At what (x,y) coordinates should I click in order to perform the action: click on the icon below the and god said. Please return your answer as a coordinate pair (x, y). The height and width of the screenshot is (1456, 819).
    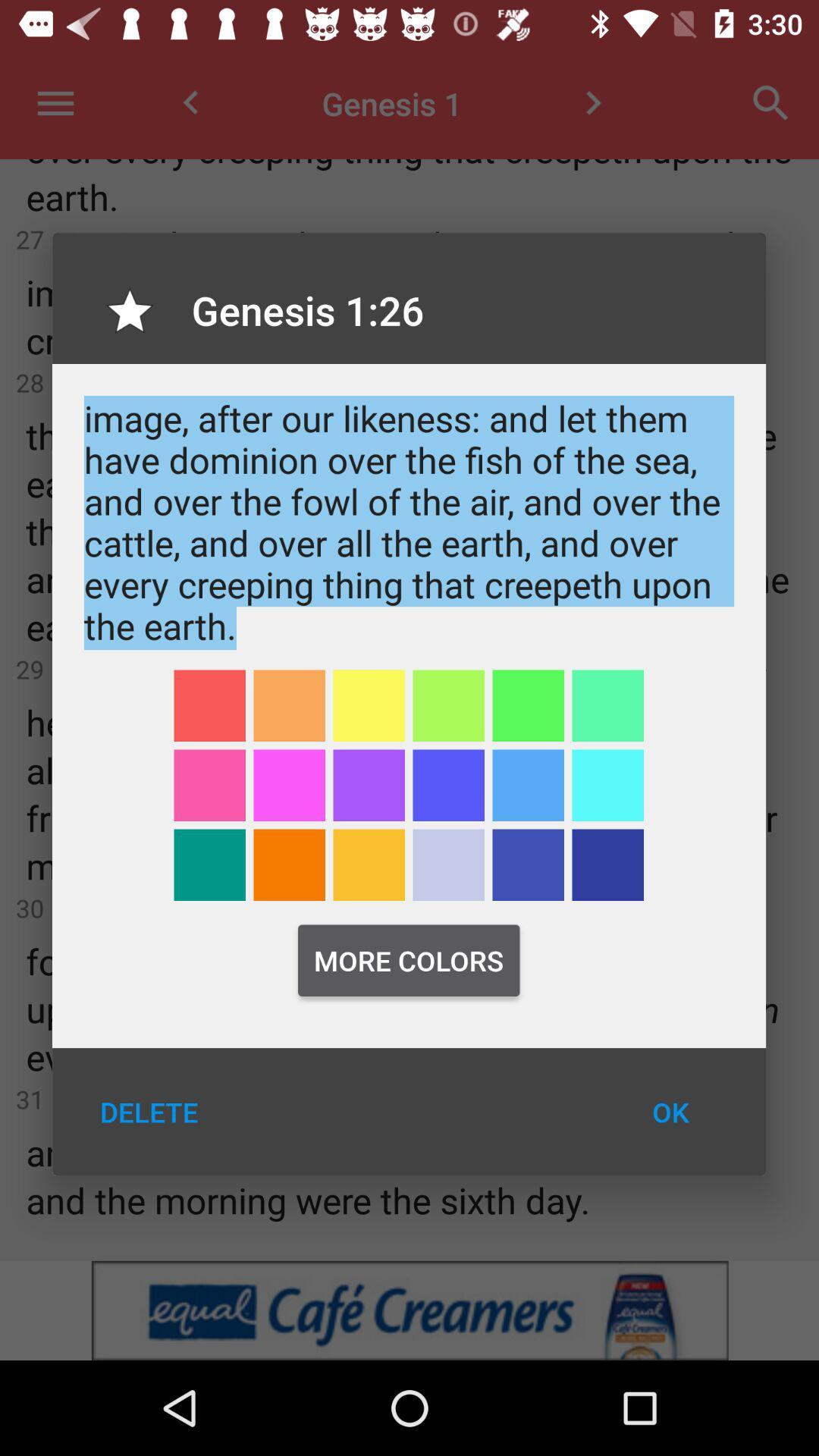
    Looking at the image, I should click on (369, 704).